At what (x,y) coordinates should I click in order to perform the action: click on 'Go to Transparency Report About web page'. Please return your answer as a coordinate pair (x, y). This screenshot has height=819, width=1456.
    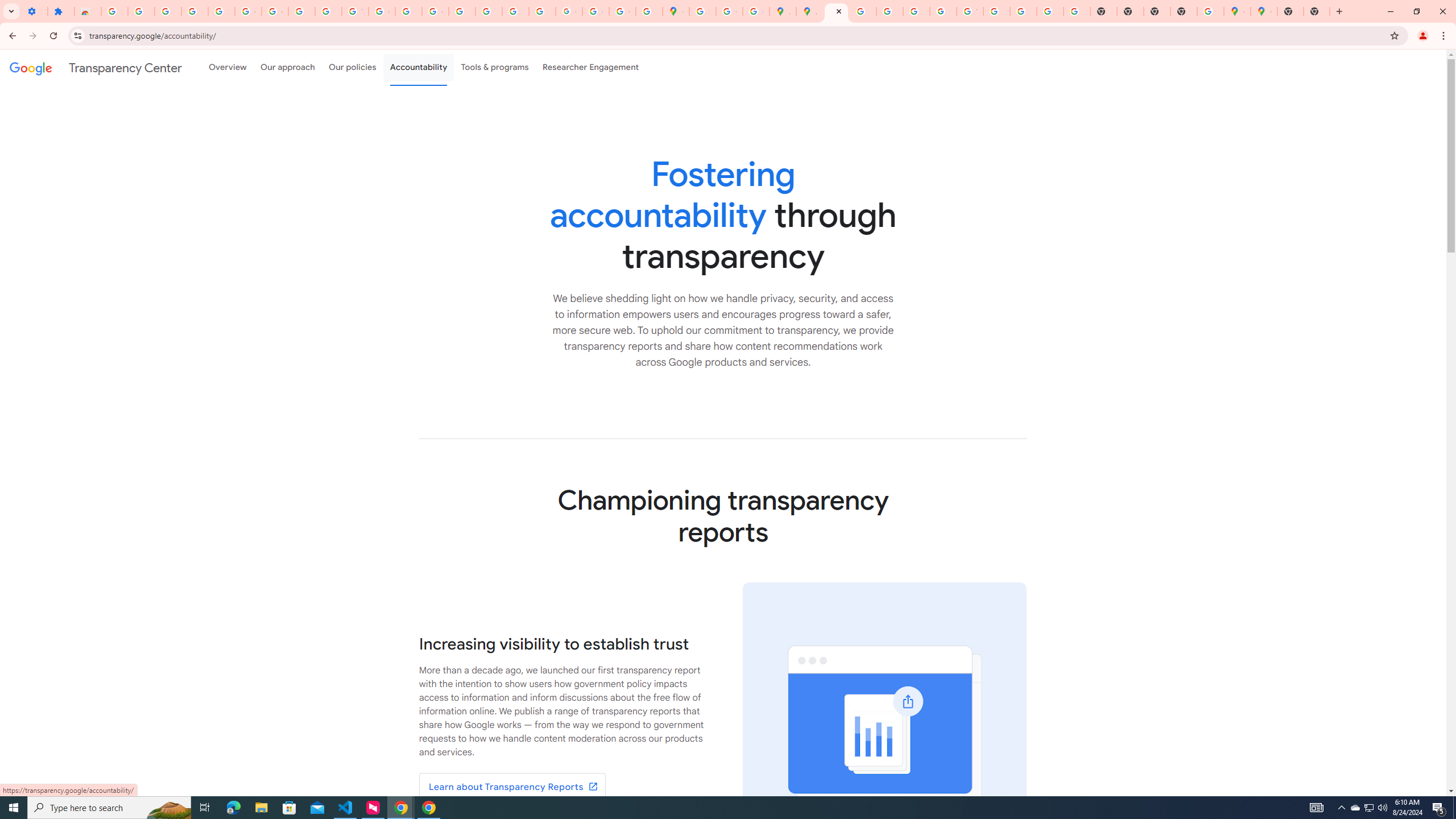
    Looking at the image, I should click on (512, 786).